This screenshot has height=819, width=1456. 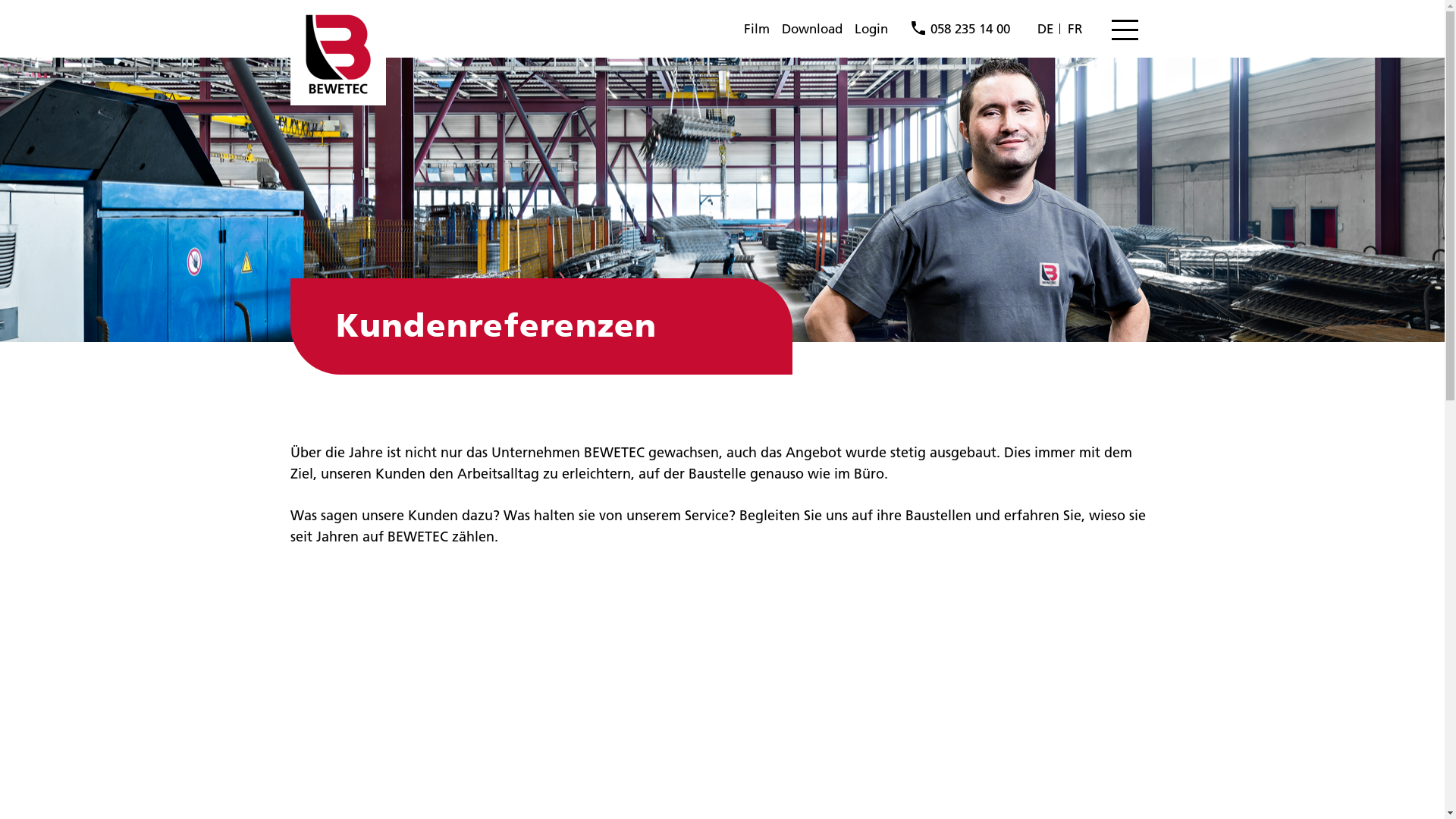 I want to click on 'BEWETEC Testimonial: Willi Bau AG (deutsch)', so click(x=479, y=673).